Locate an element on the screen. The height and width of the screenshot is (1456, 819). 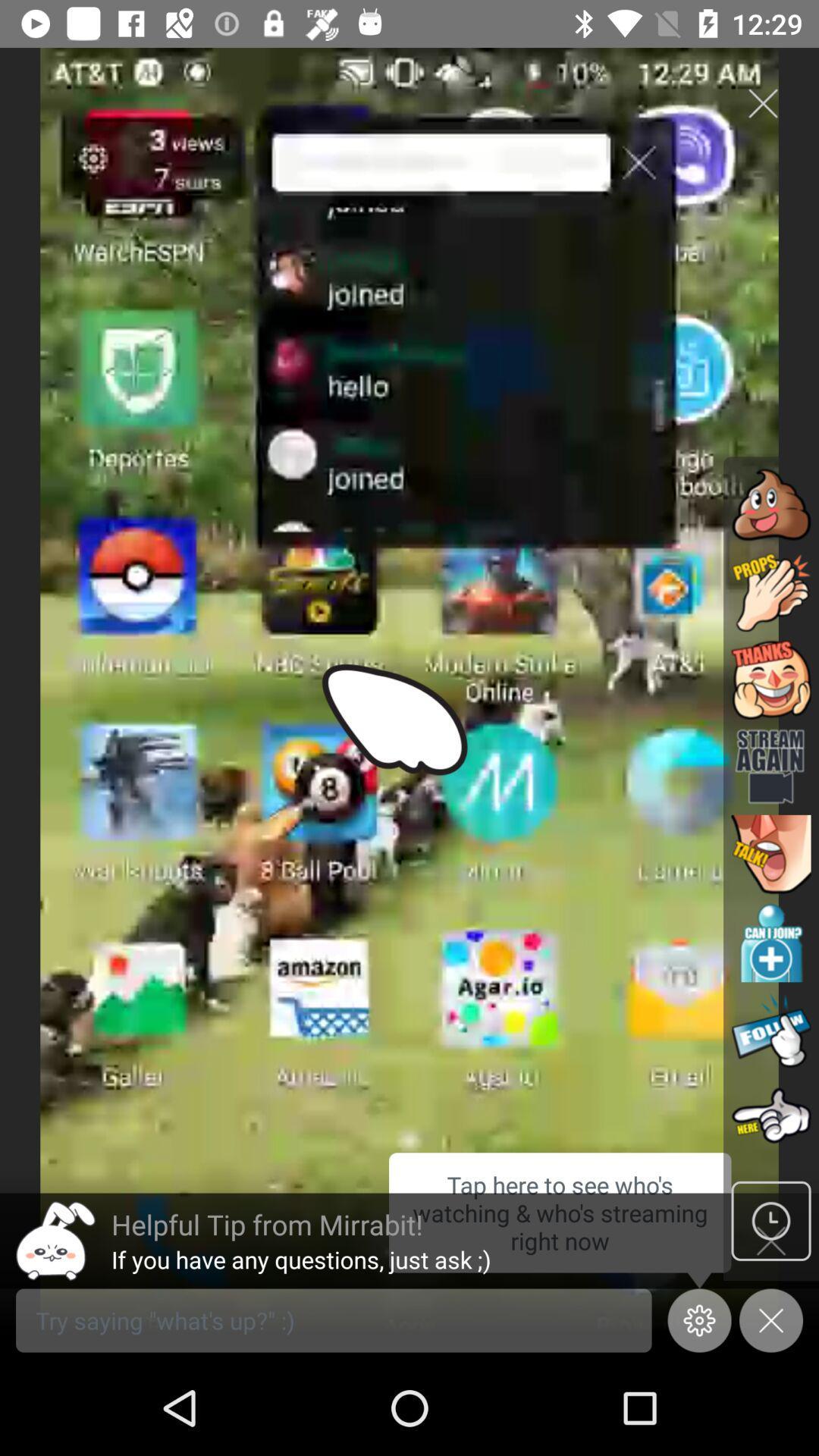
the close icon is located at coordinates (771, 1319).